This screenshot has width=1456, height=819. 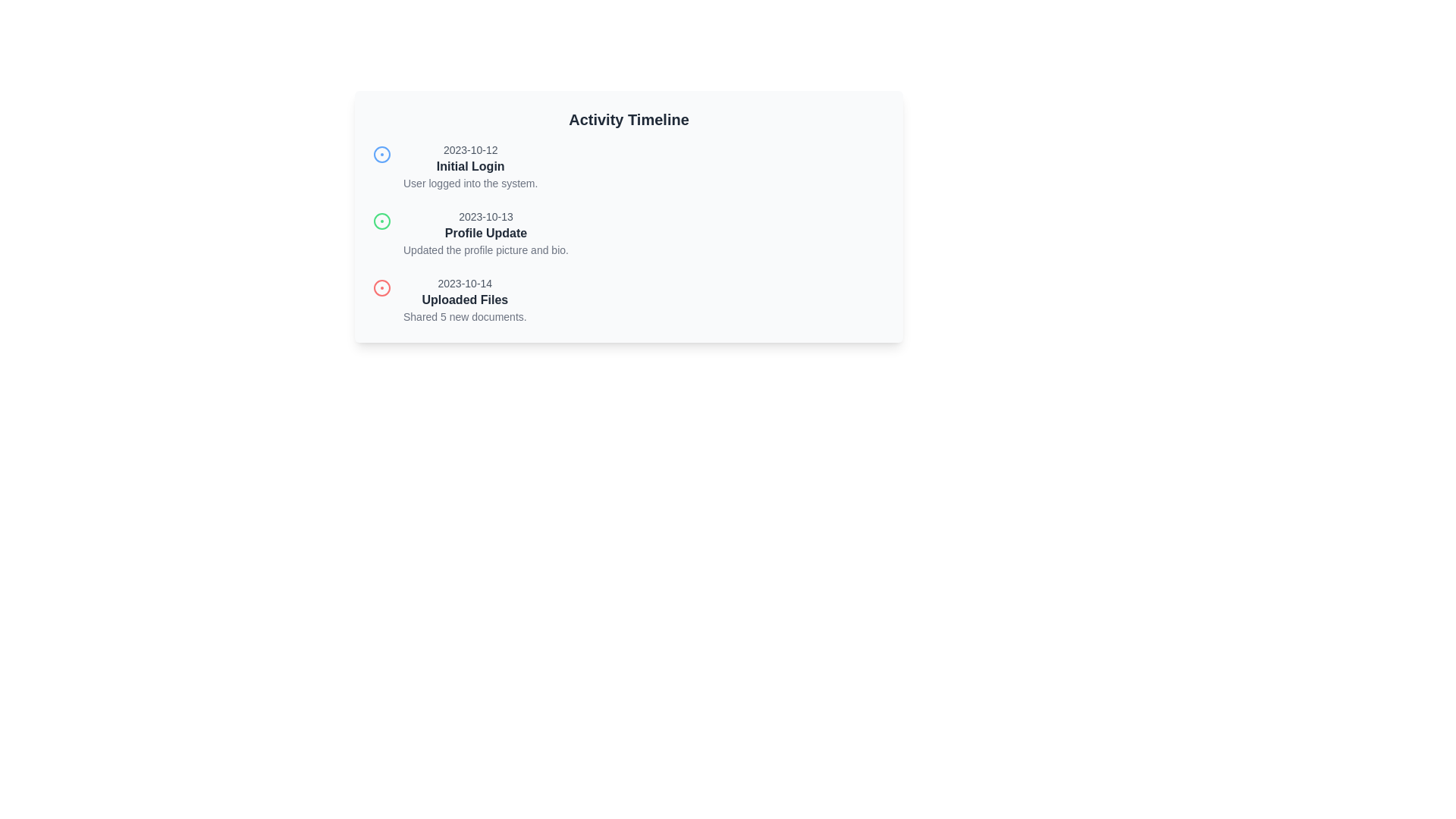 I want to click on the outermost circle of the decorative dot structure in the timeline, which indicates the event for '2023-10-12 Initial Login', so click(x=382, y=155).